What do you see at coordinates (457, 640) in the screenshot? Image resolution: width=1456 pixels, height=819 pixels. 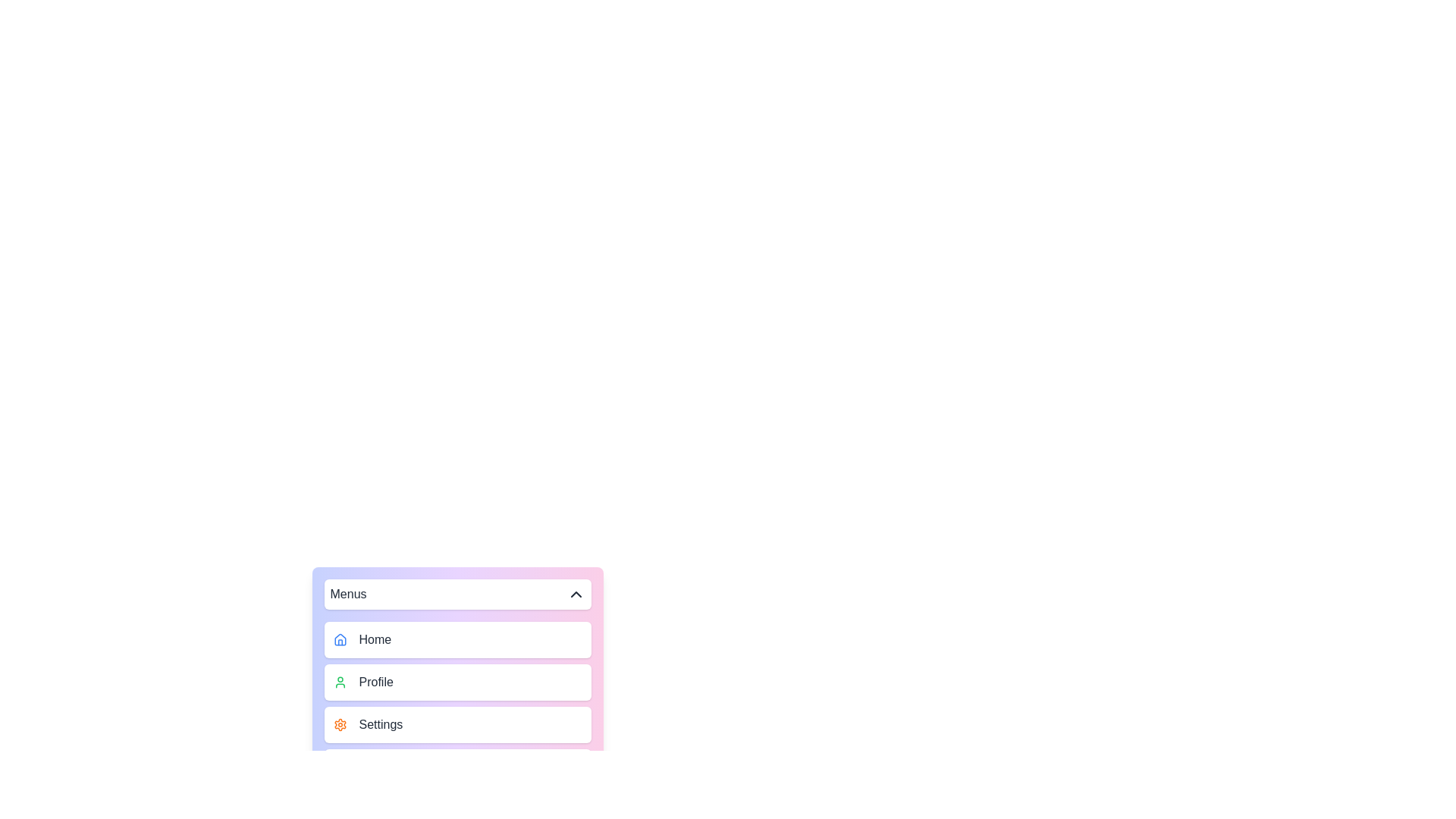 I see `the menu item labeled Home` at bounding box center [457, 640].